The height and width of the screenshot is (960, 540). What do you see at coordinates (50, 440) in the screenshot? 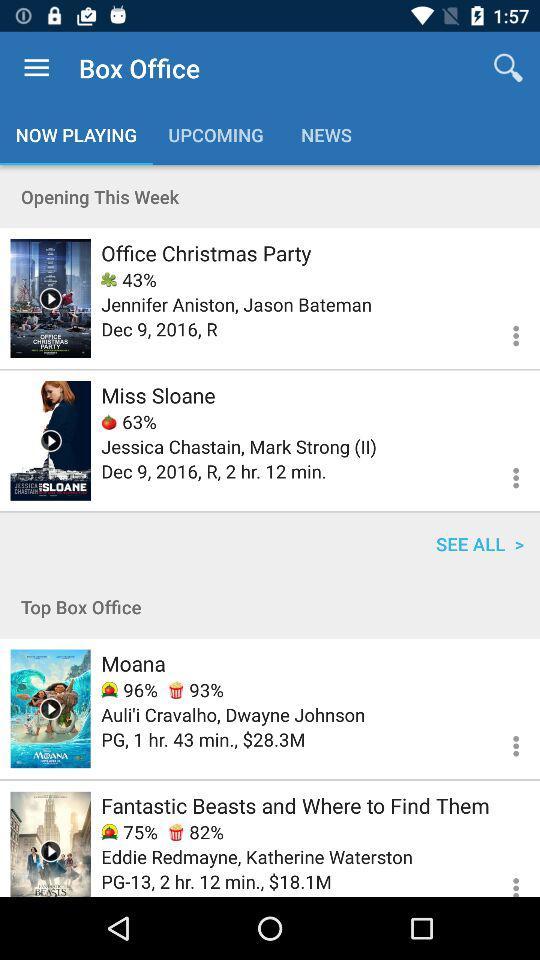
I see `watch video` at bounding box center [50, 440].